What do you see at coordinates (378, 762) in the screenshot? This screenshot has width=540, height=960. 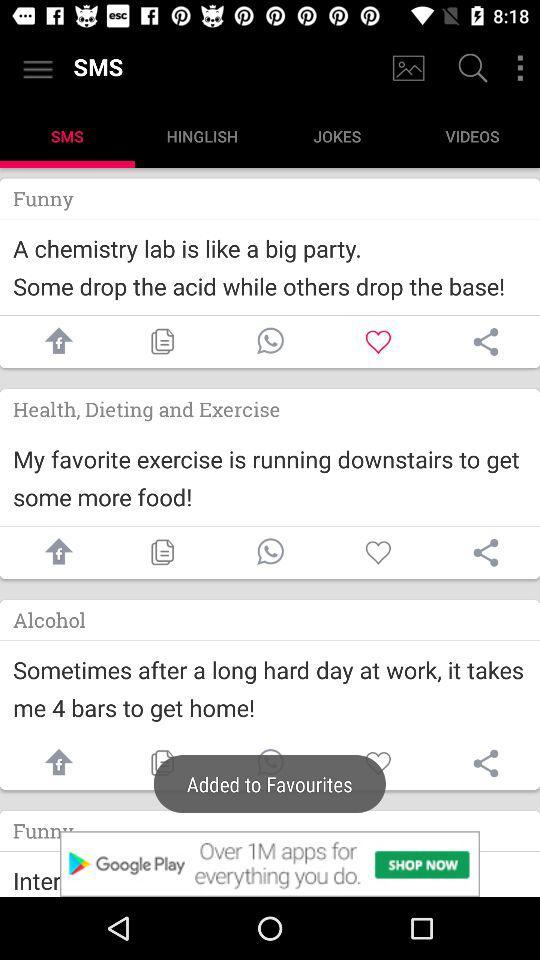 I see `like button` at bounding box center [378, 762].